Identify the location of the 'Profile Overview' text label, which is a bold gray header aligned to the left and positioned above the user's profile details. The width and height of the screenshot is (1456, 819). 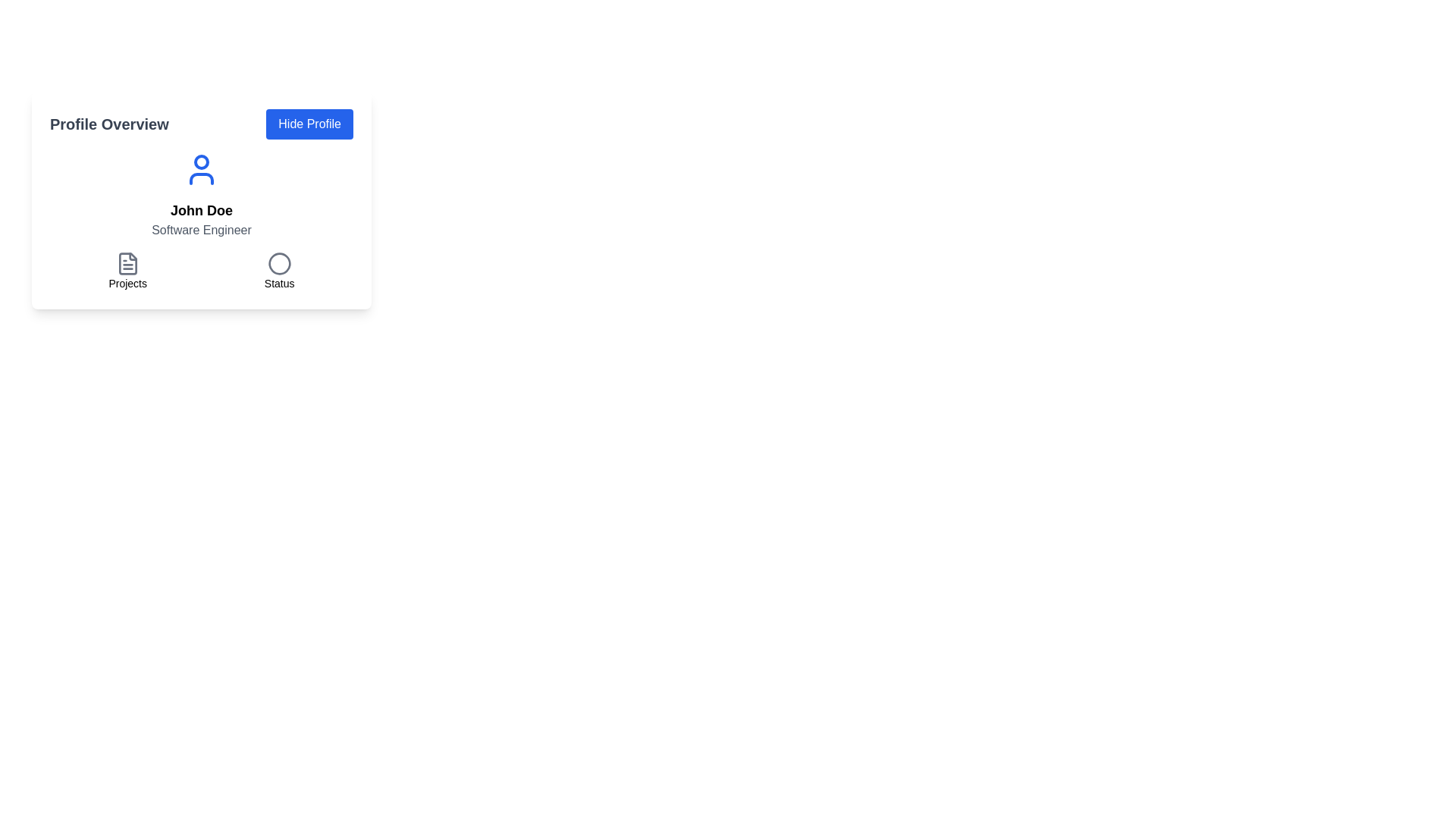
(108, 124).